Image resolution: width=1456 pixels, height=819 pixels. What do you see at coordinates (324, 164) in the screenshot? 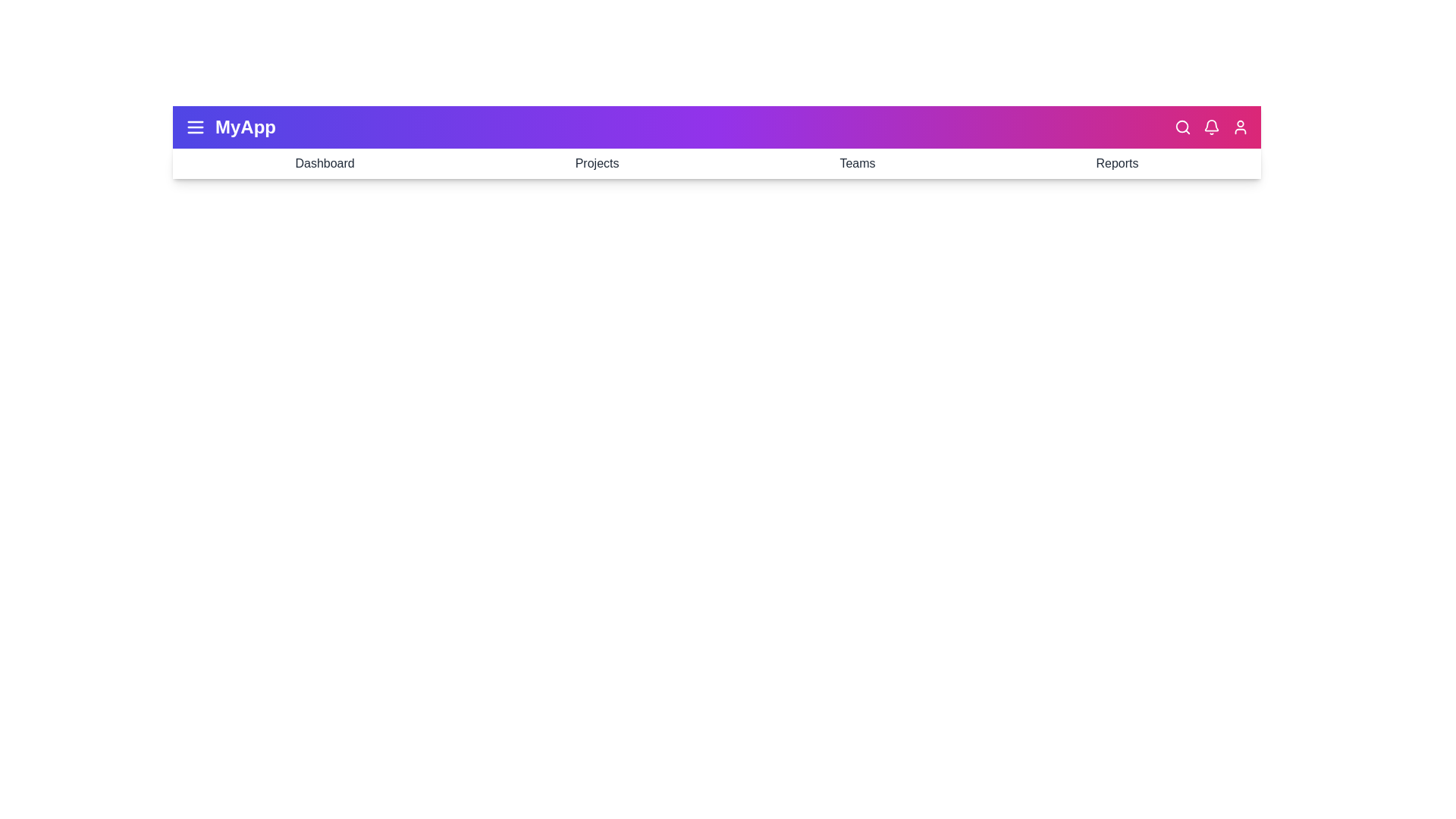
I see `the navigation menu item Dashboard` at bounding box center [324, 164].